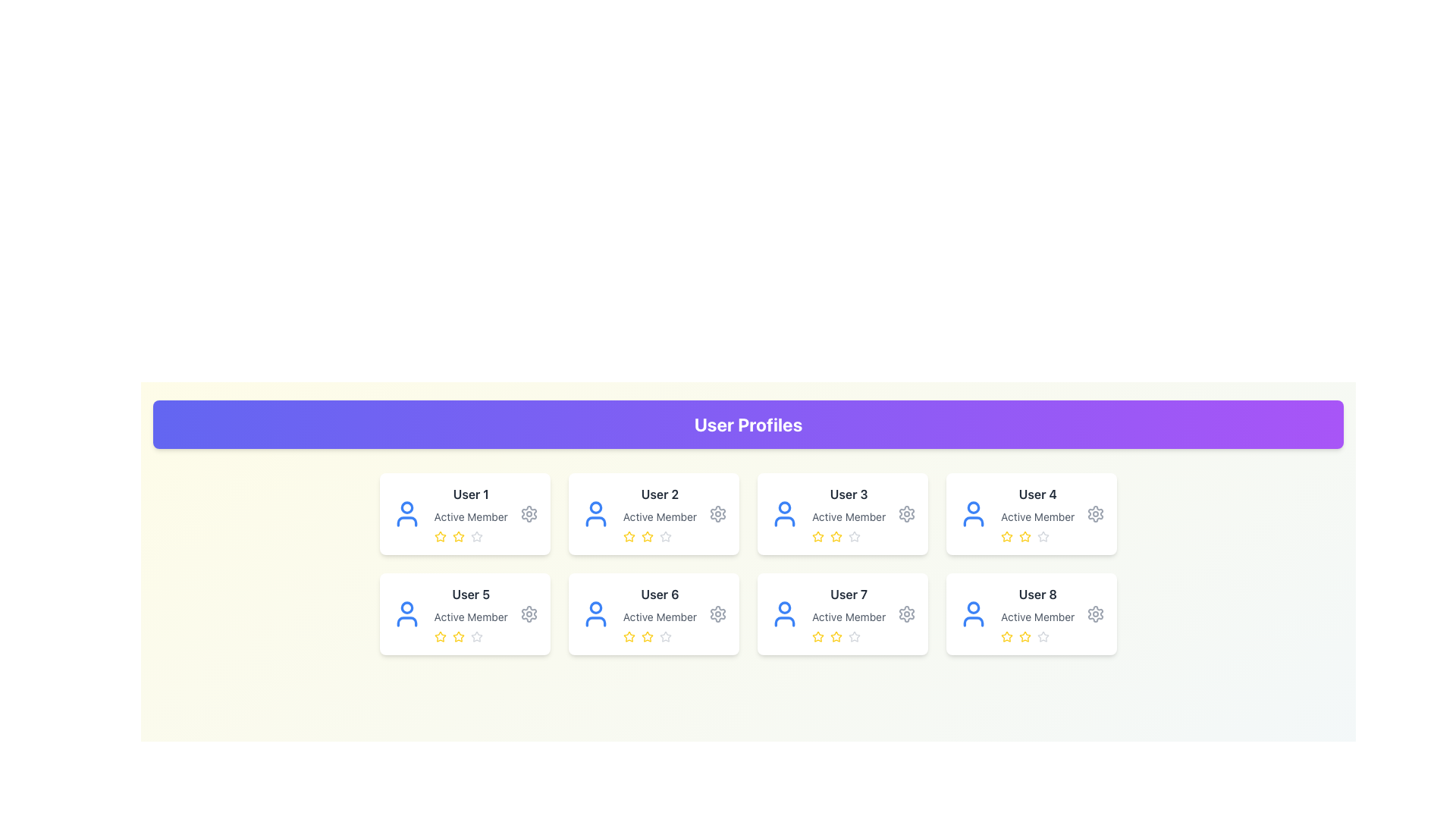 The width and height of the screenshot is (1456, 819). What do you see at coordinates (1007, 535) in the screenshot?
I see `the third star icon of the interactive star rating component located in the fourth card of the top row of user profiles for keyboard interaction` at bounding box center [1007, 535].